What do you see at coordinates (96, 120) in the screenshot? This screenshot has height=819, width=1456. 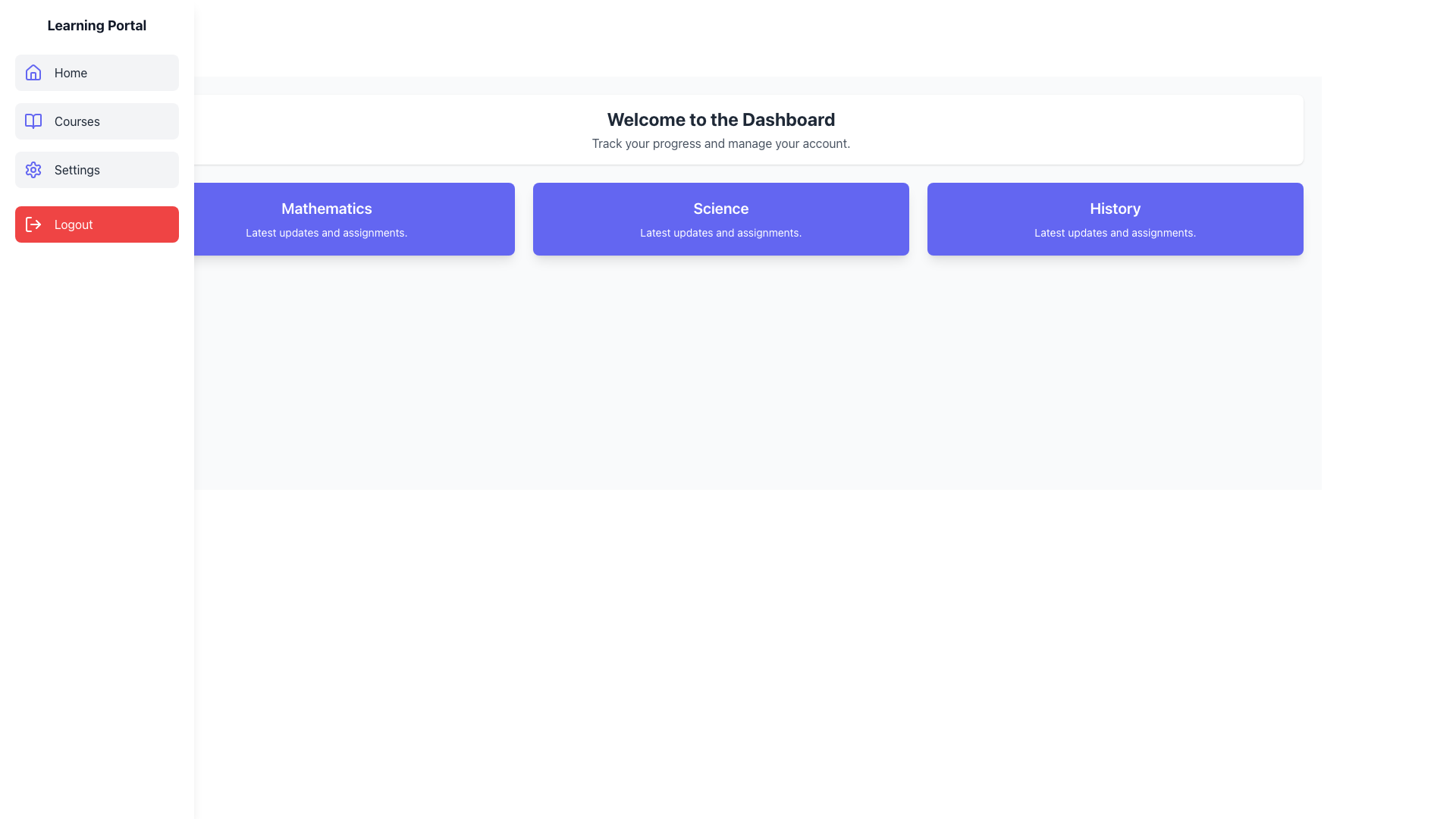 I see `the 'Courses' button which is a rectangular component with a book icon and black text, located below the 'Home' option in the navigation list` at bounding box center [96, 120].